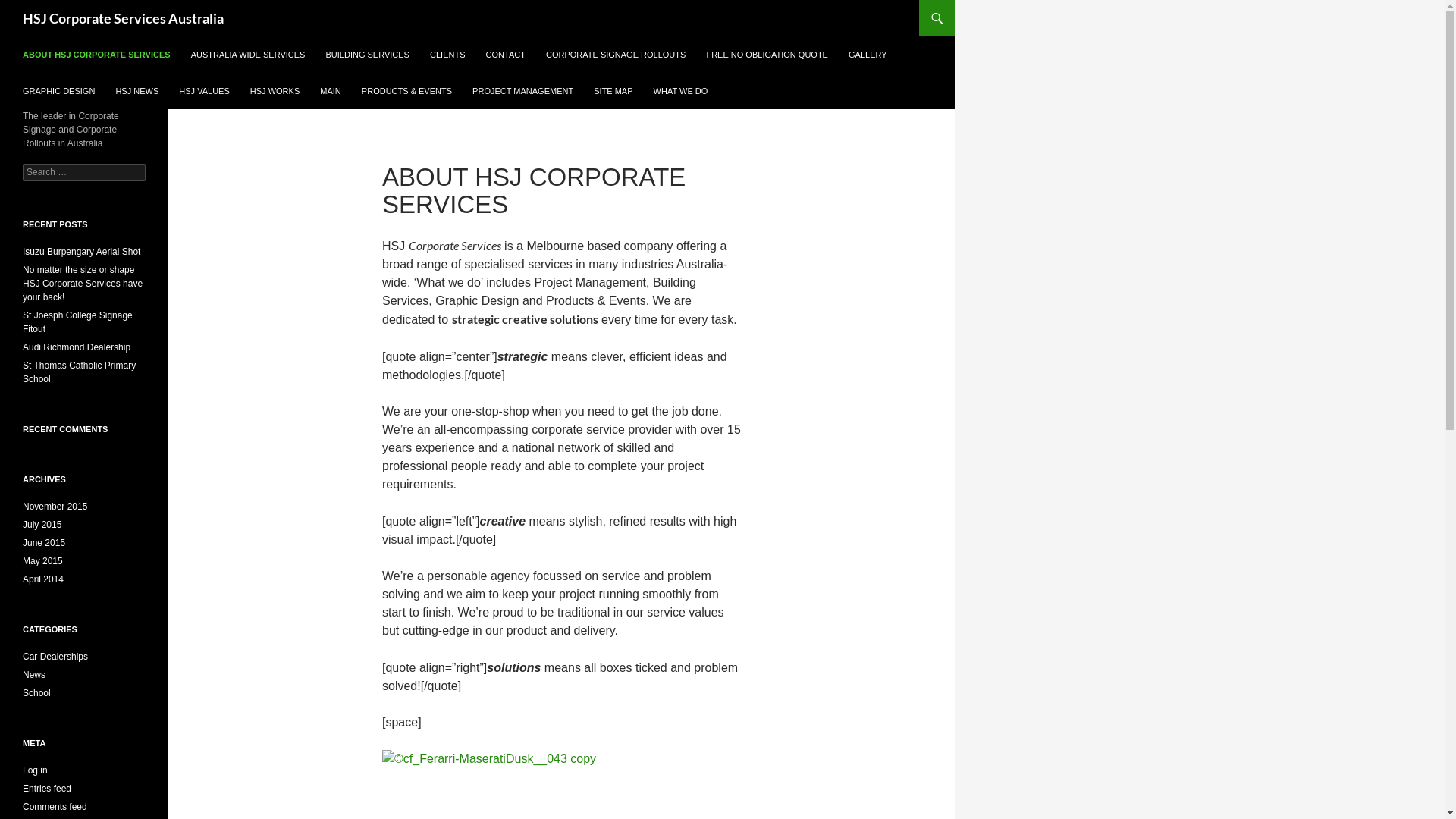 The image size is (1456, 819). What do you see at coordinates (22, 17) in the screenshot?
I see `'HSJ Corporate Services Australia'` at bounding box center [22, 17].